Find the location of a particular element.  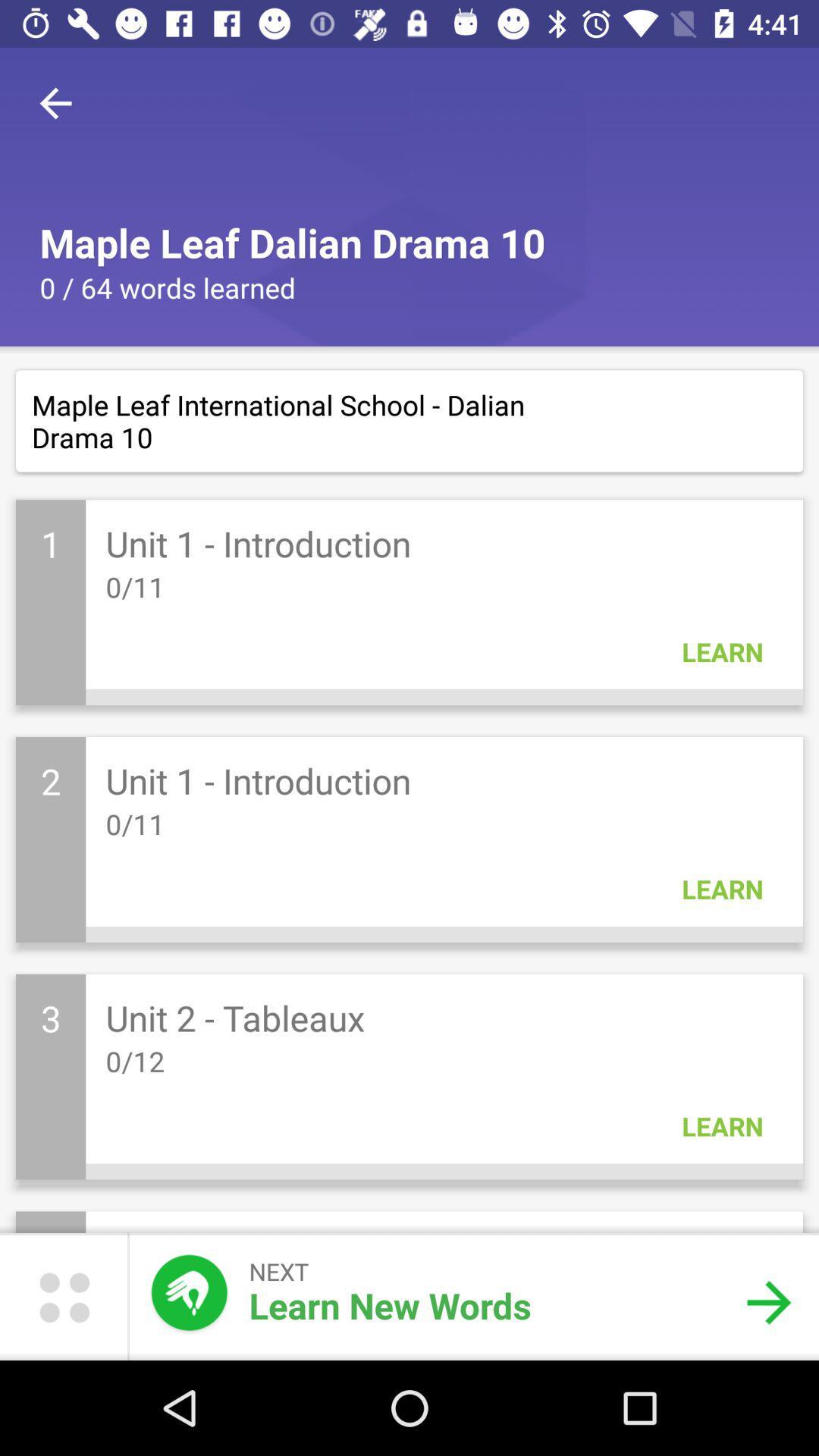

the learn in the first block is located at coordinates (721, 651).